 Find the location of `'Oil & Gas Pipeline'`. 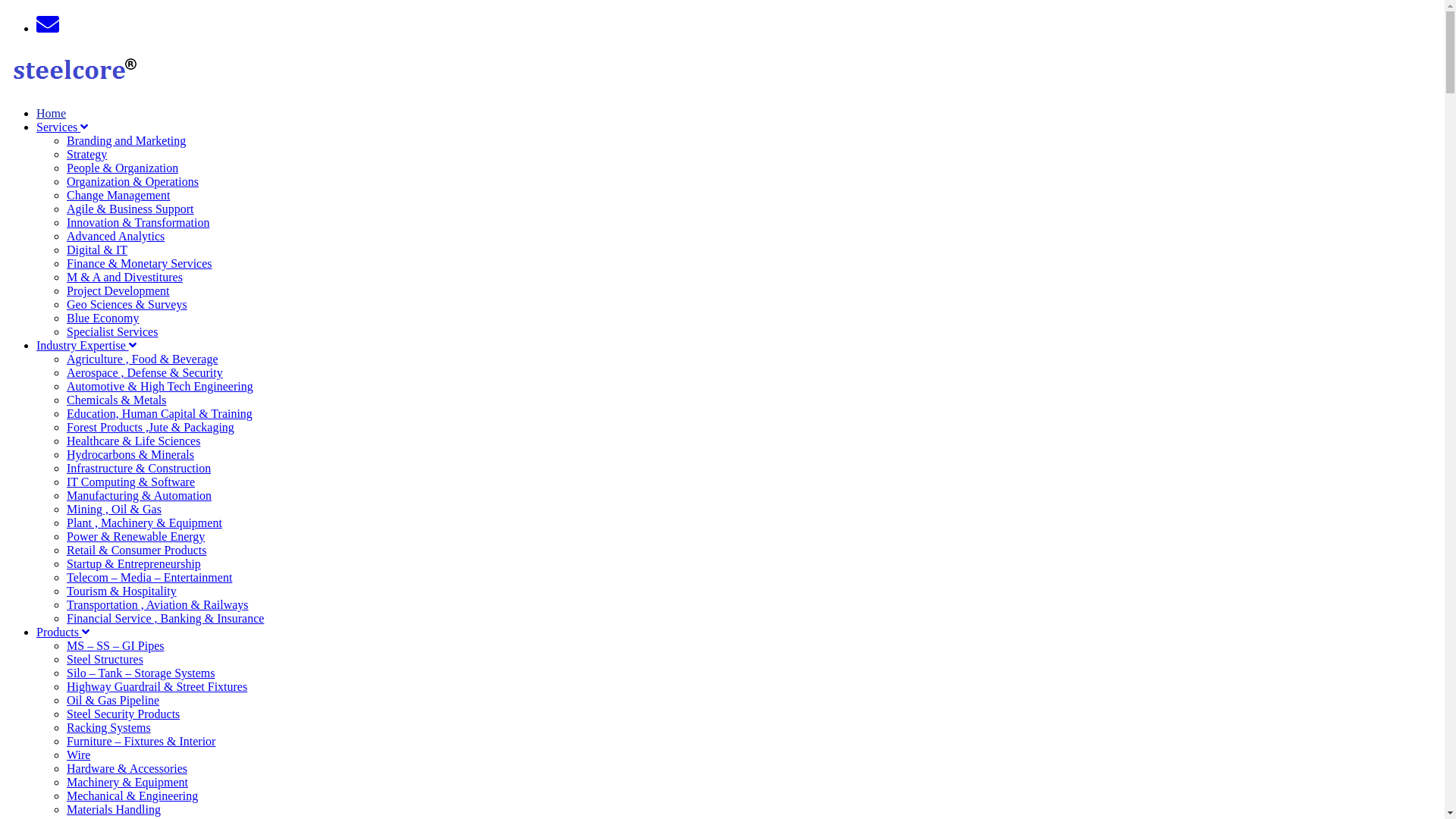

'Oil & Gas Pipeline' is located at coordinates (111, 700).